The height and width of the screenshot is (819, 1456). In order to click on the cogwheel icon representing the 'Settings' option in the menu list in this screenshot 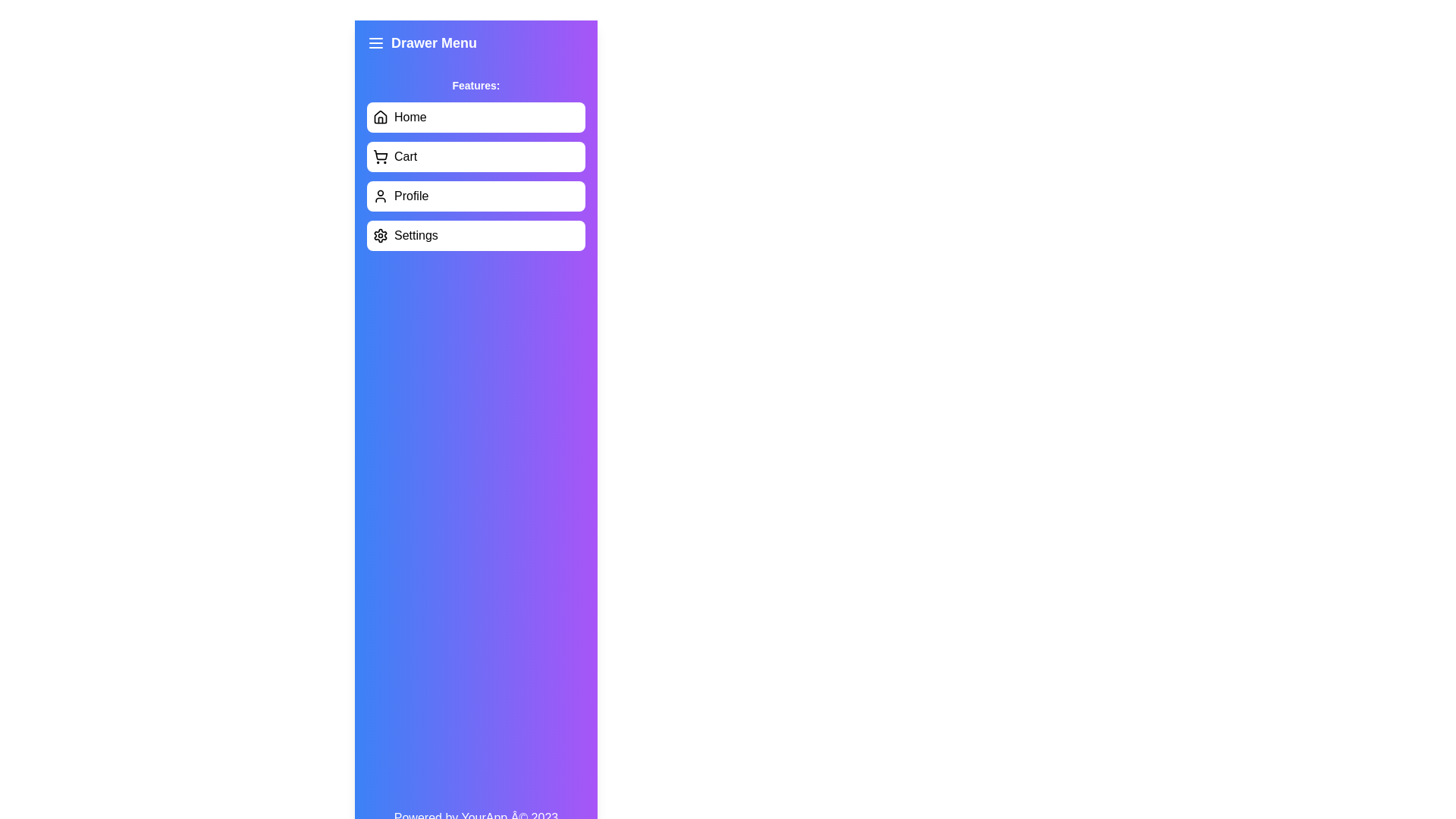, I will do `click(381, 236)`.